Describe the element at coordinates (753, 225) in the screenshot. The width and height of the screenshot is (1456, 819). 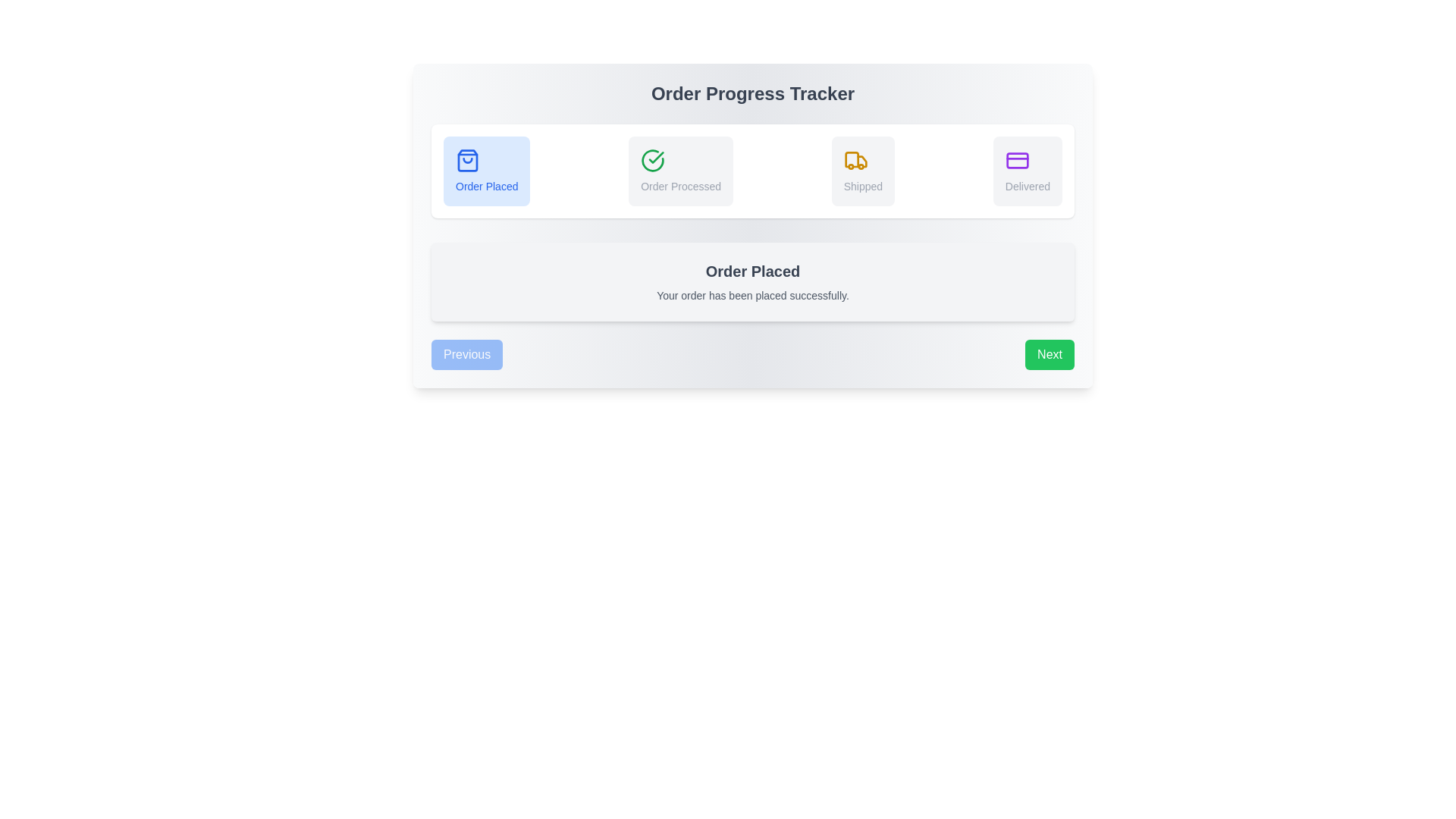
I see `the specific stage within the 'Order Progress Tracker'` at that location.